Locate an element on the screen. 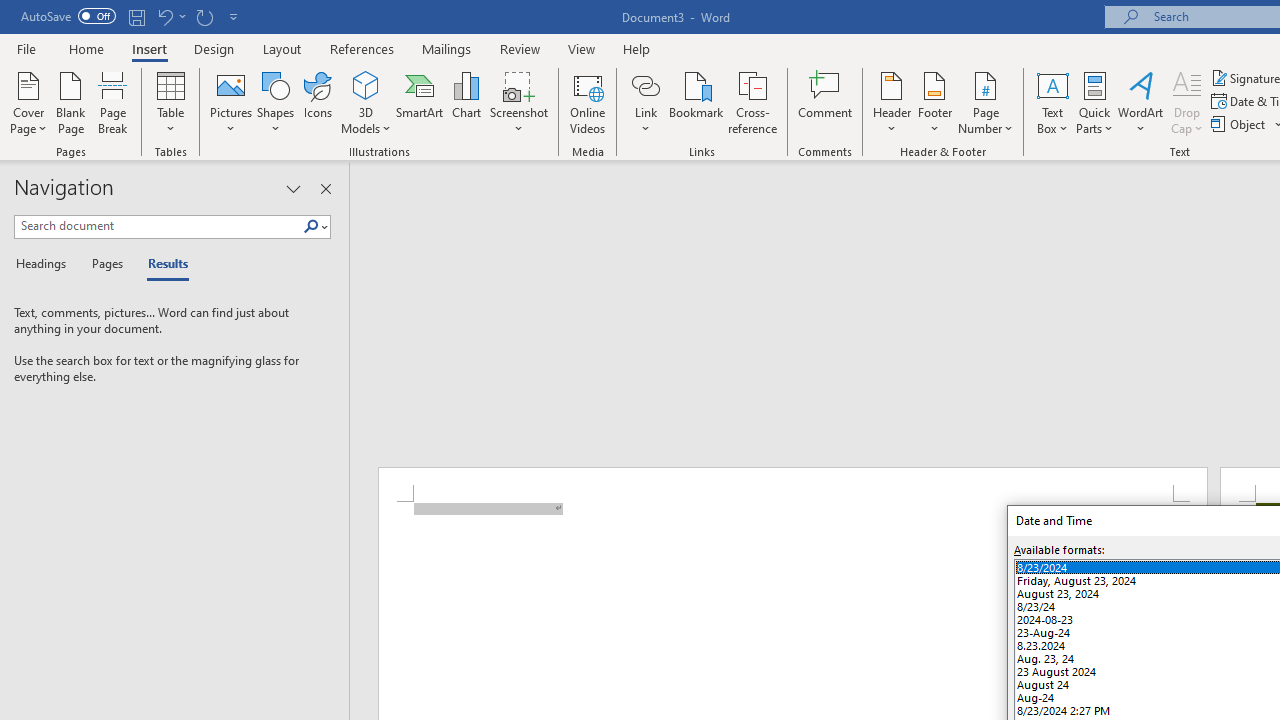 This screenshot has width=1280, height=720. 'Pictures' is located at coordinates (231, 103).